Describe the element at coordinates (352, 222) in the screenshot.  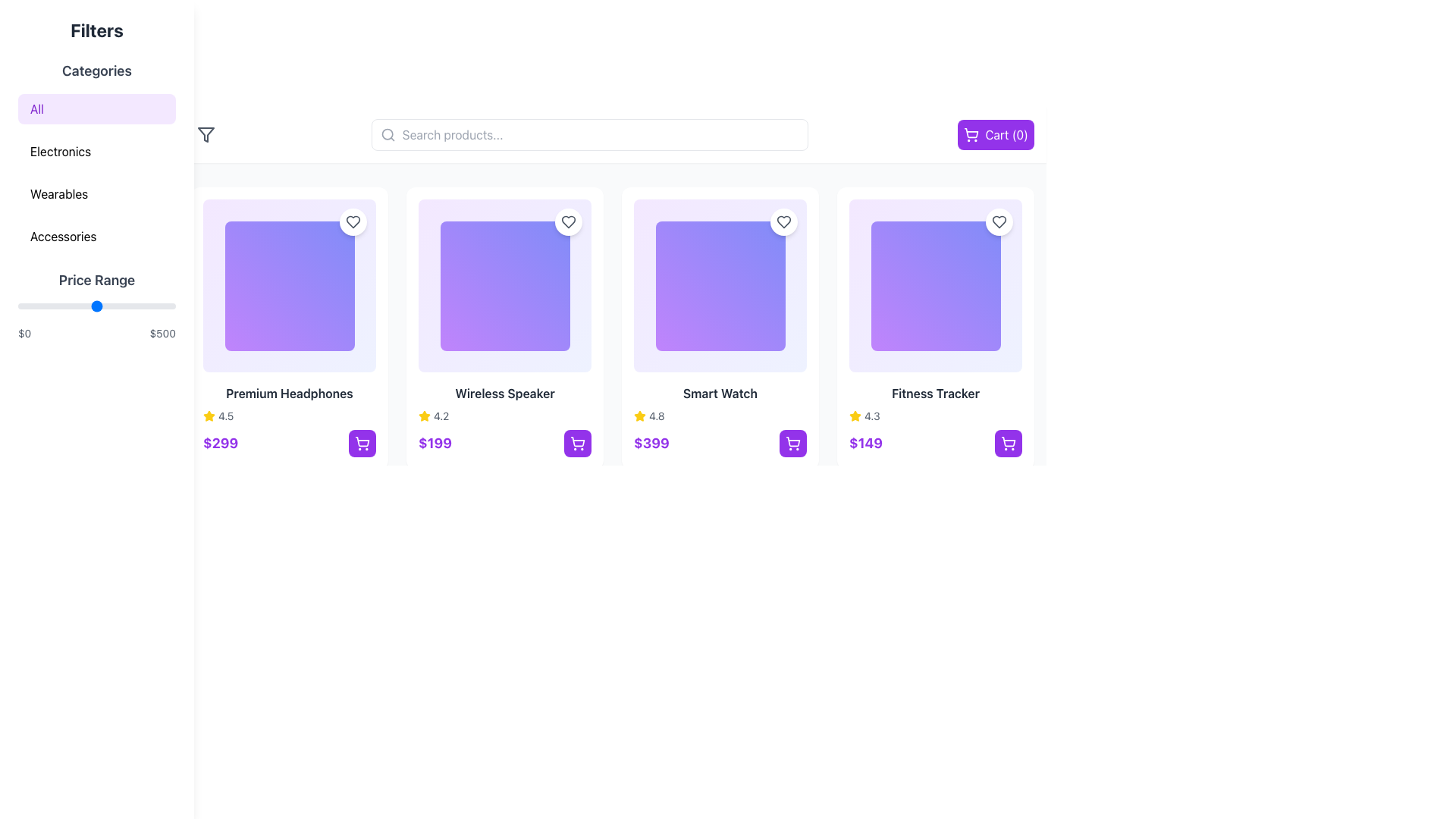
I see `the heart-shaped interactive icon located at the top right corner of the 'Premium Headphones' product card to mark the item as liked or favorited` at that location.